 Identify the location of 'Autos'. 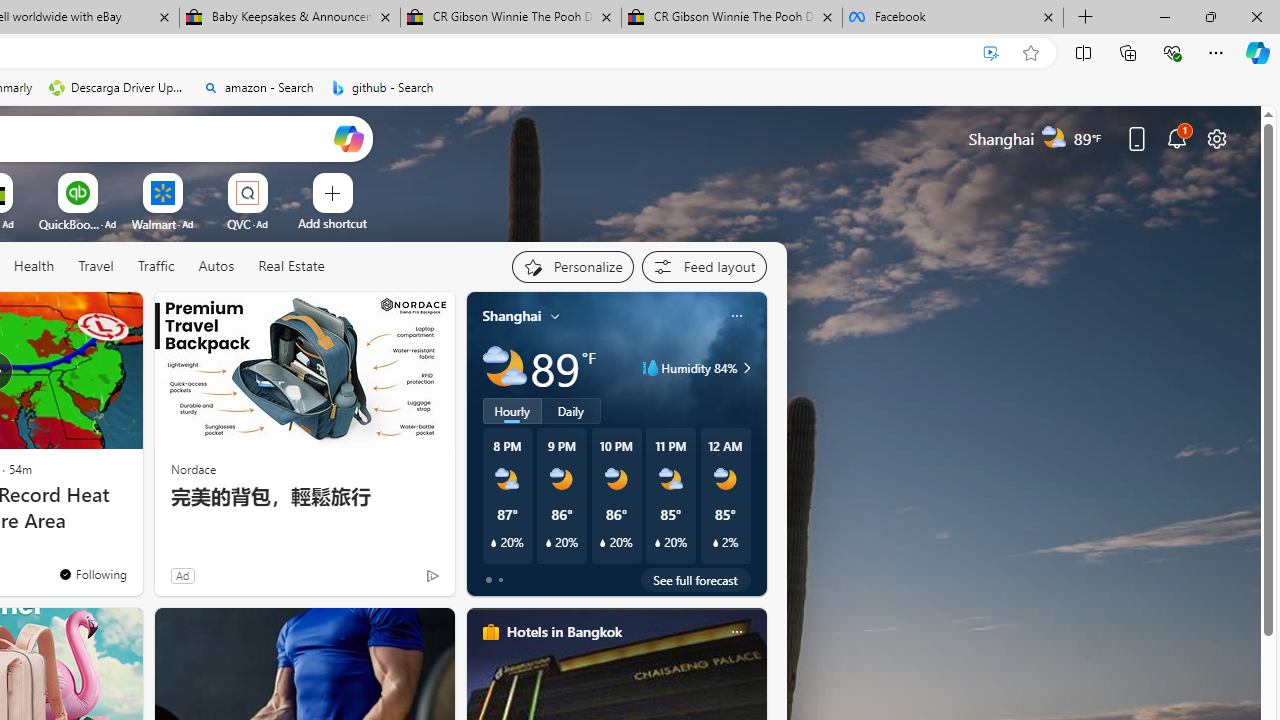
(216, 266).